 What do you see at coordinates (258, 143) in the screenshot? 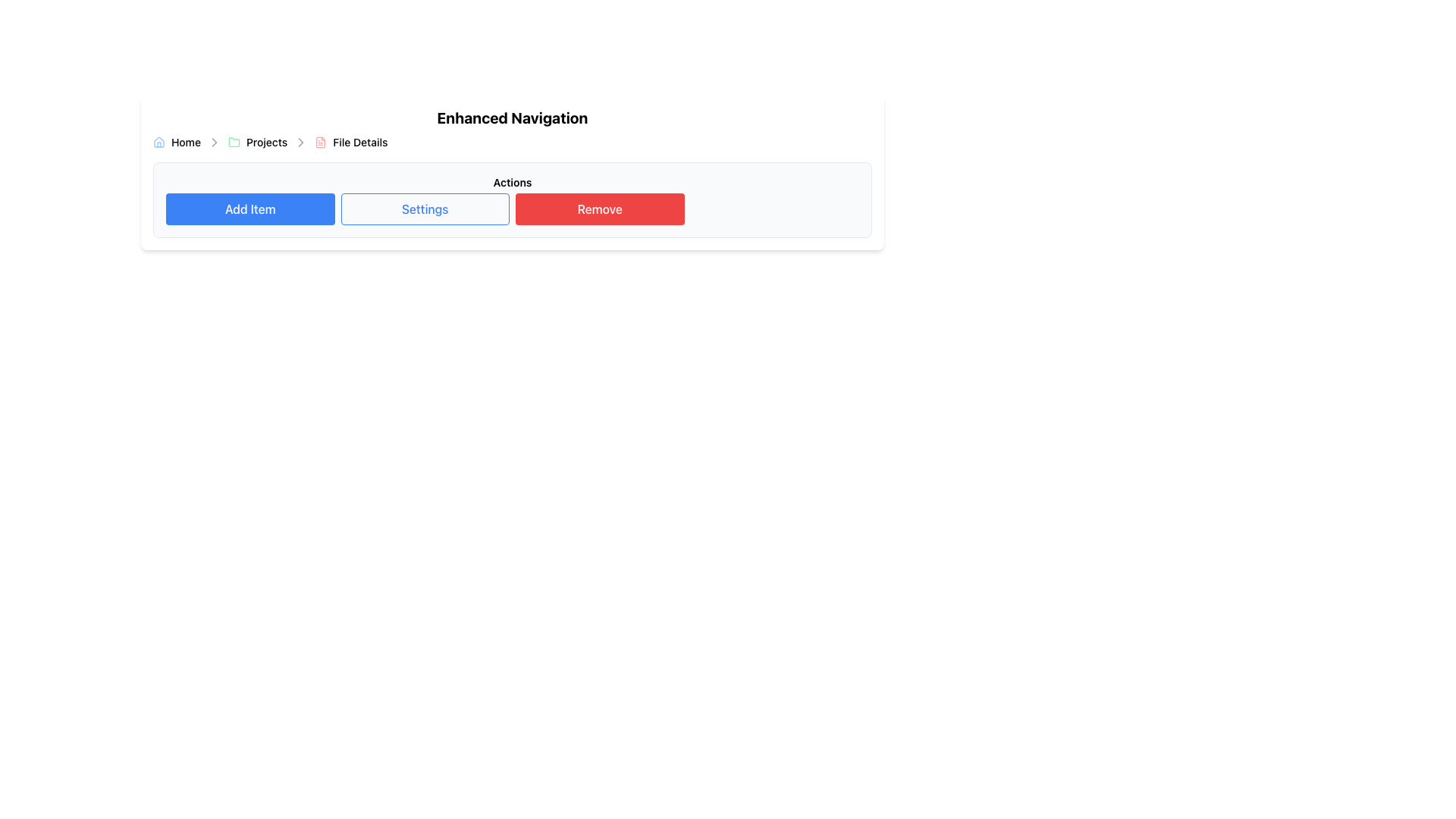
I see `the 'Projects' text label in the breadcrumb navigation bar` at bounding box center [258, 143].